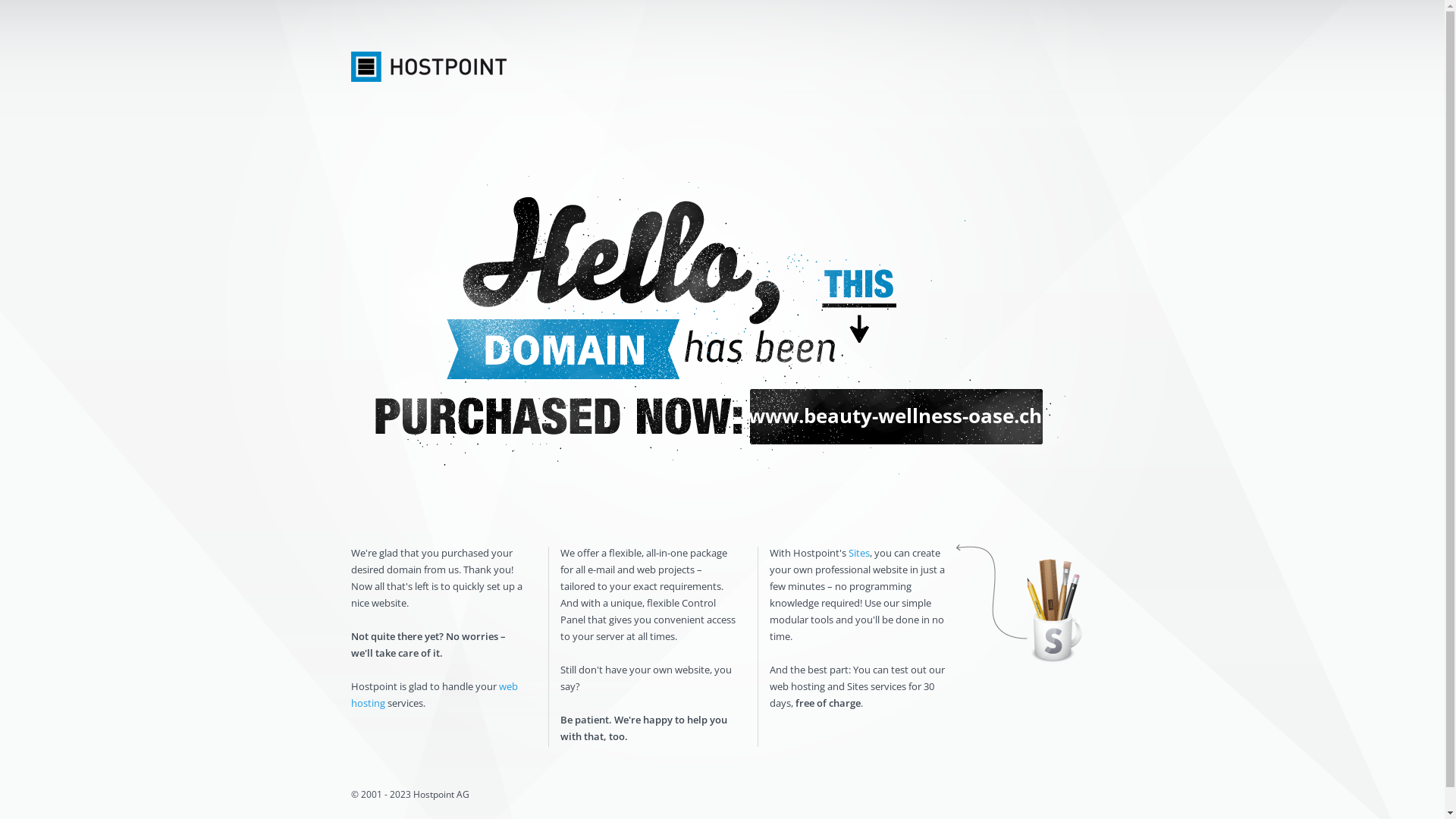  I want to click on 'web hosting', so click(432, 694).